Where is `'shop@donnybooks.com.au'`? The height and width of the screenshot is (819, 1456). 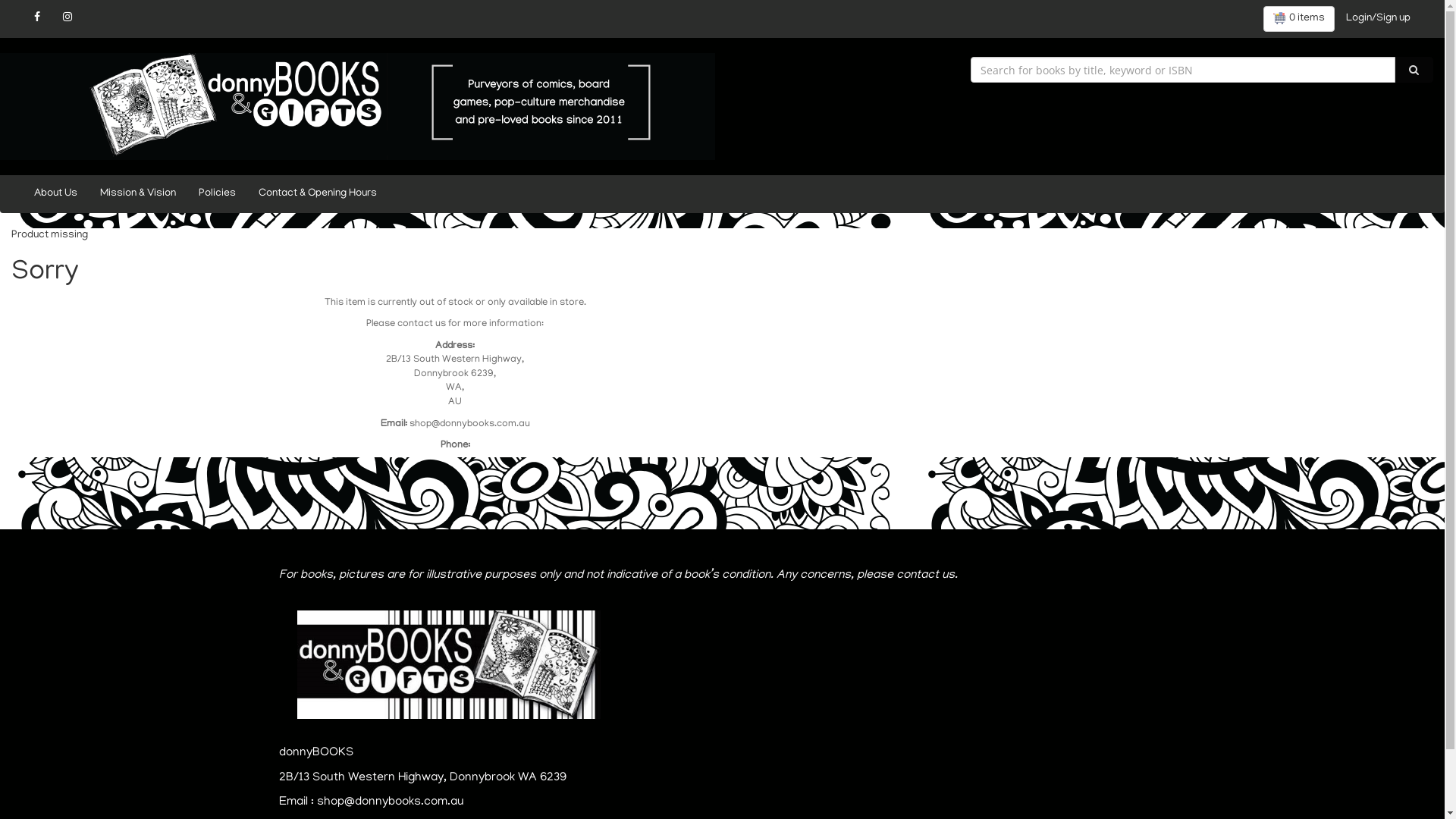
'shop@donnybooks.com.au' is located at coordinates (390, 801).